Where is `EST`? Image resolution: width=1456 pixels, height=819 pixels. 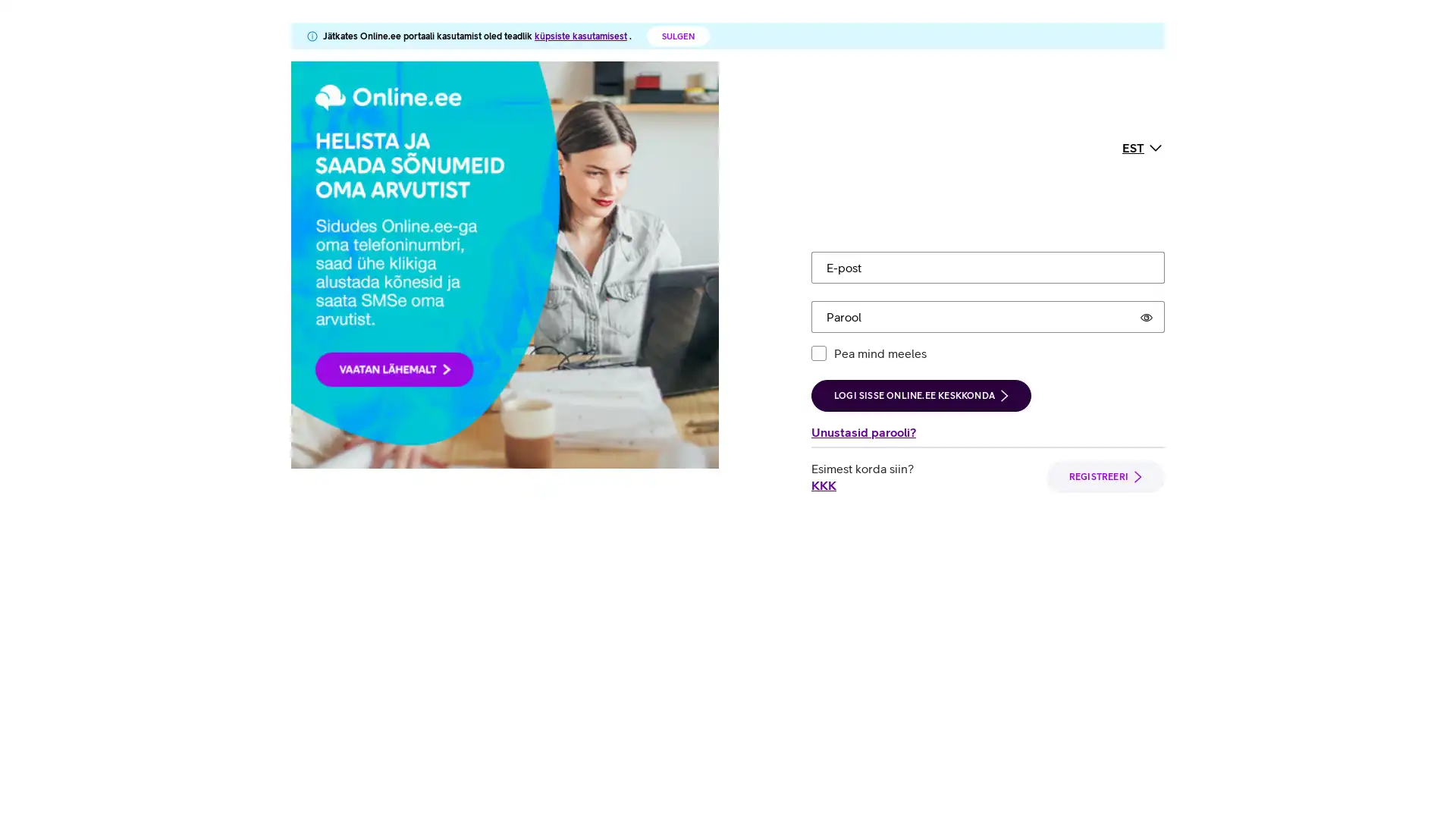 EST is located at coordinates (1143, 76).